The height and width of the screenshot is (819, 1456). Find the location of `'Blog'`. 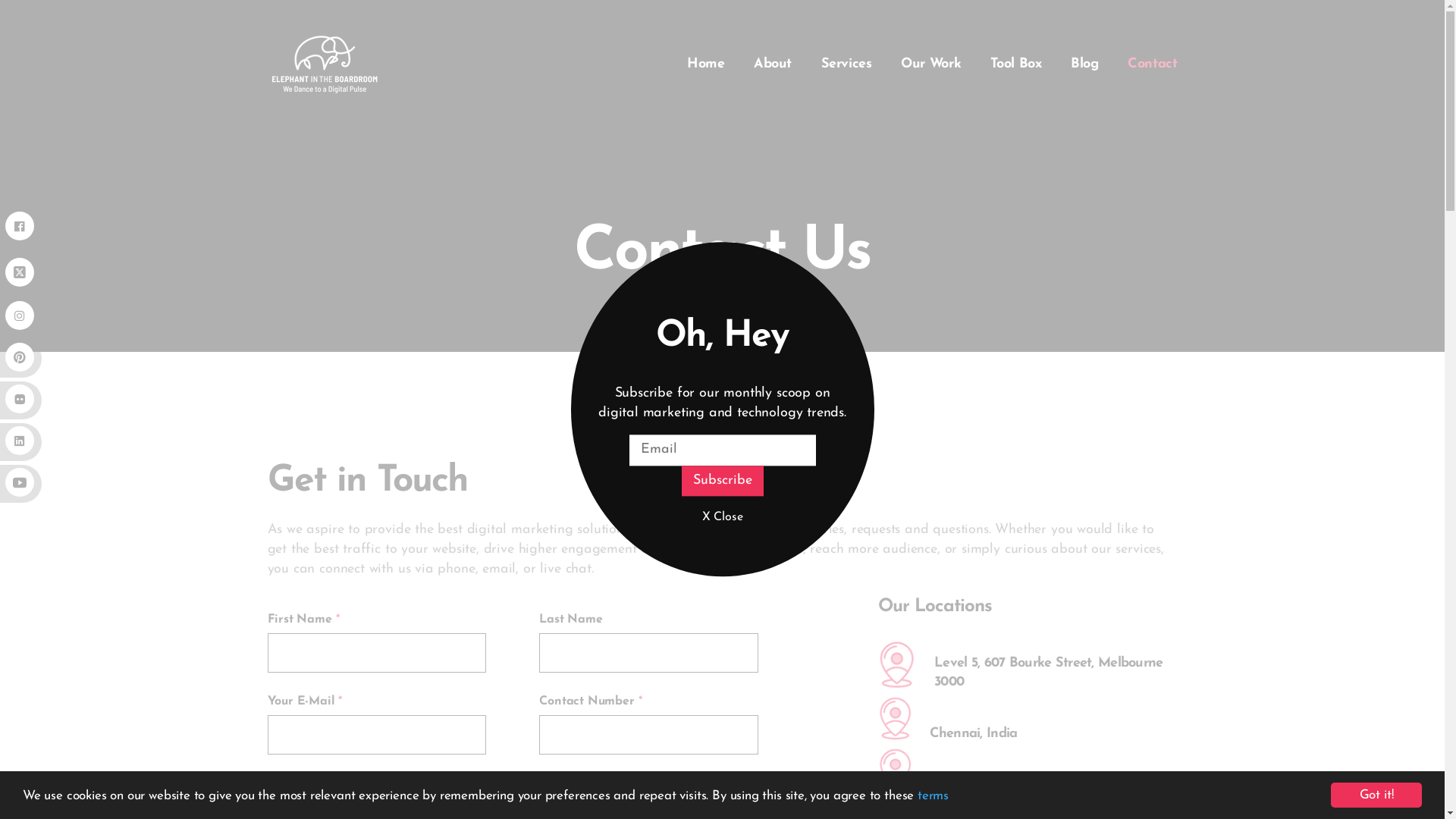

'Blog' is located at coordinates (1084, 63).